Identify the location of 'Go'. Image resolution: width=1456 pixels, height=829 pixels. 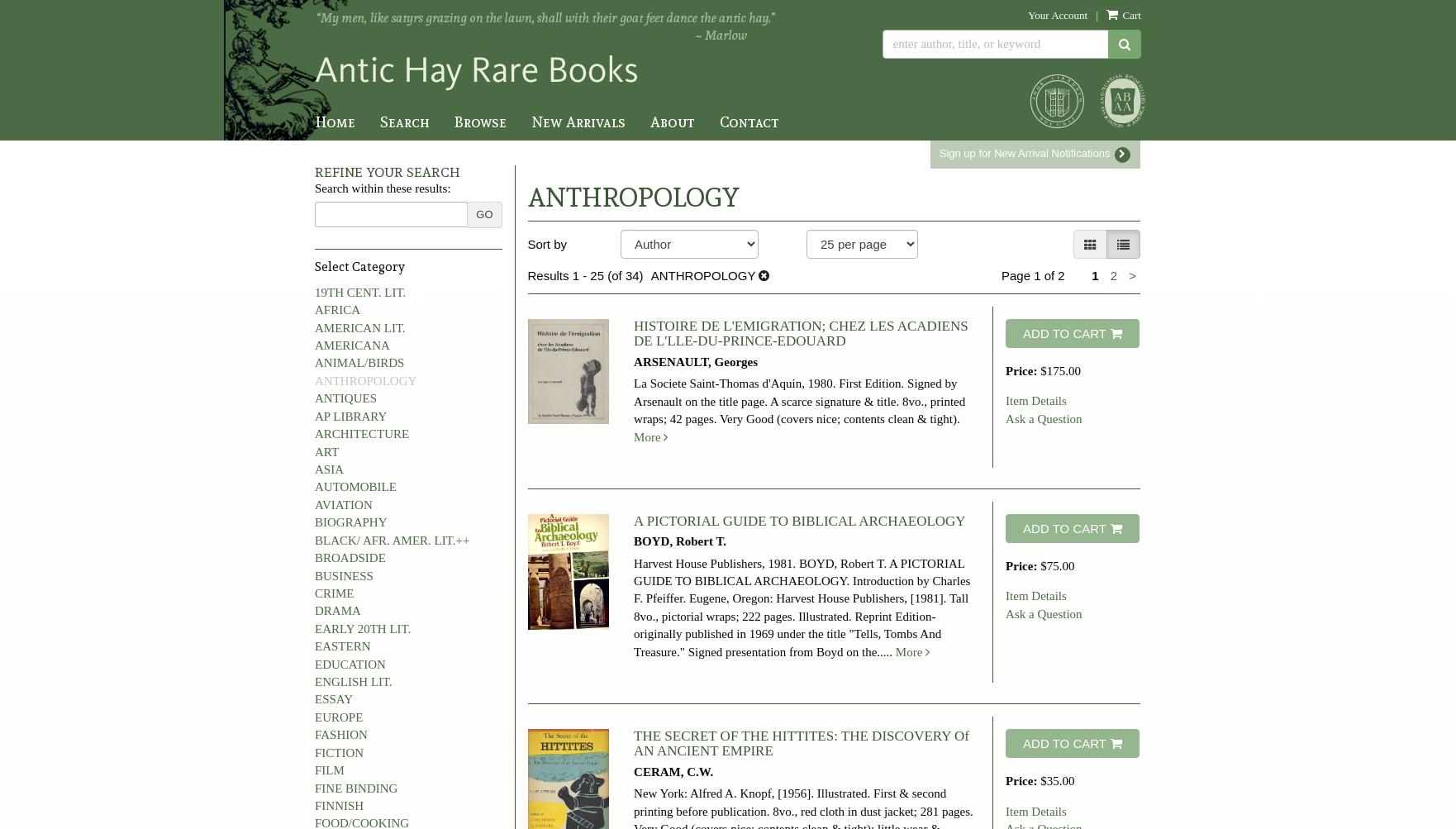
(474, 214).